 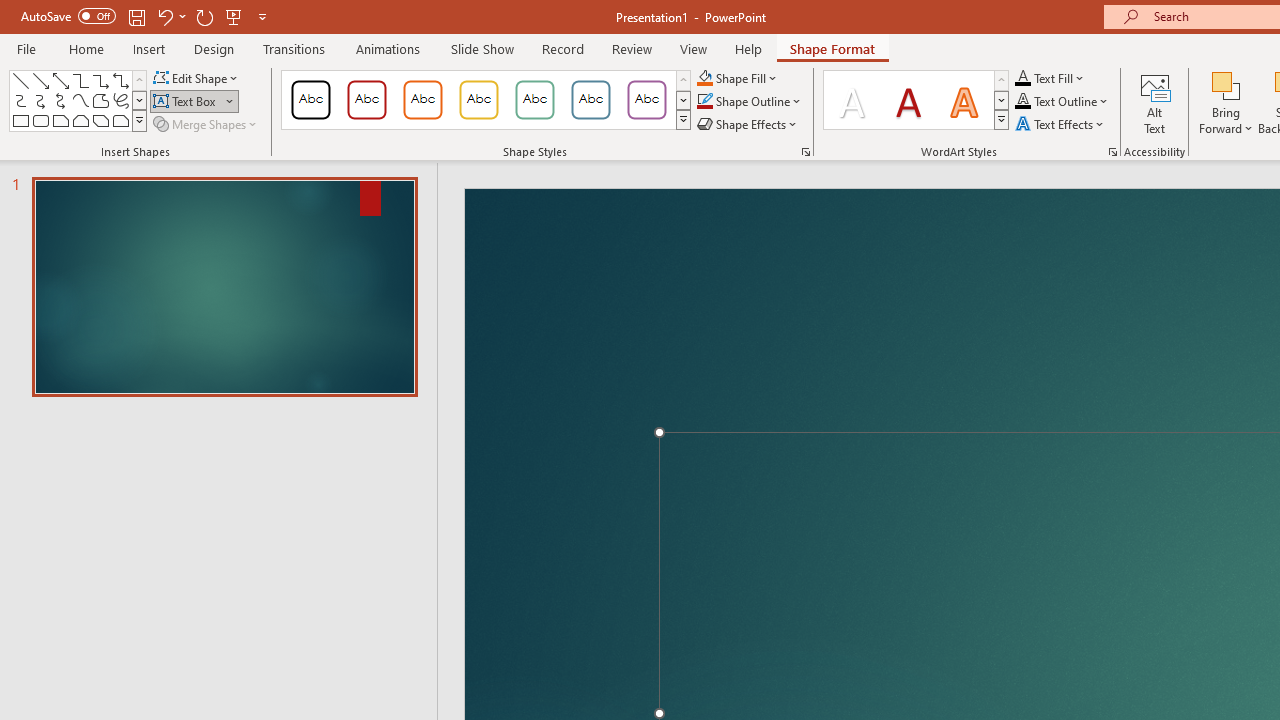 I want to click on 'Text Outline', so click(x=1062, y=101).